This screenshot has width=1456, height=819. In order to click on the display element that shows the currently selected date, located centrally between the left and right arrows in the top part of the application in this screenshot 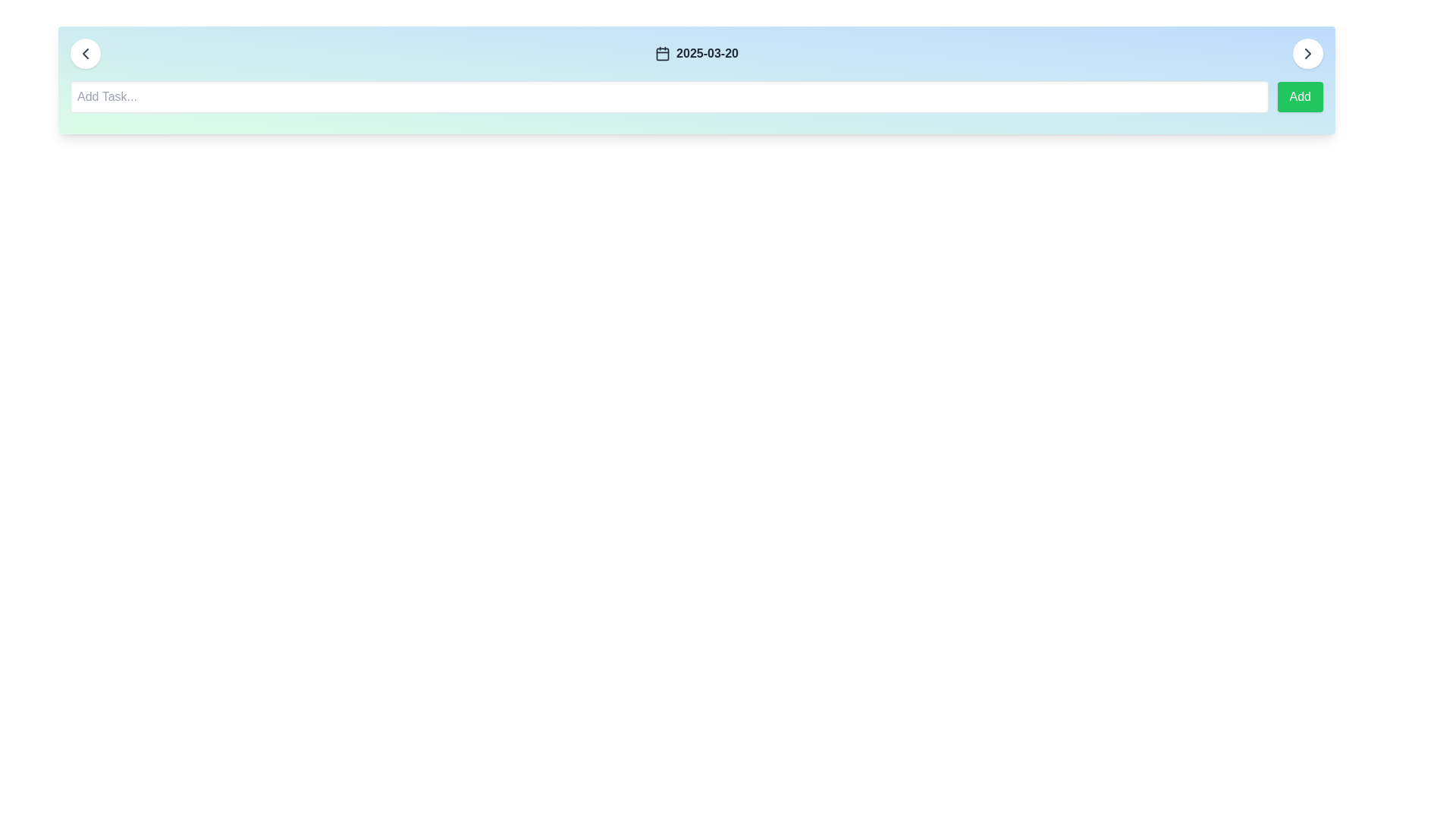, I will do `click(695, 52)`.